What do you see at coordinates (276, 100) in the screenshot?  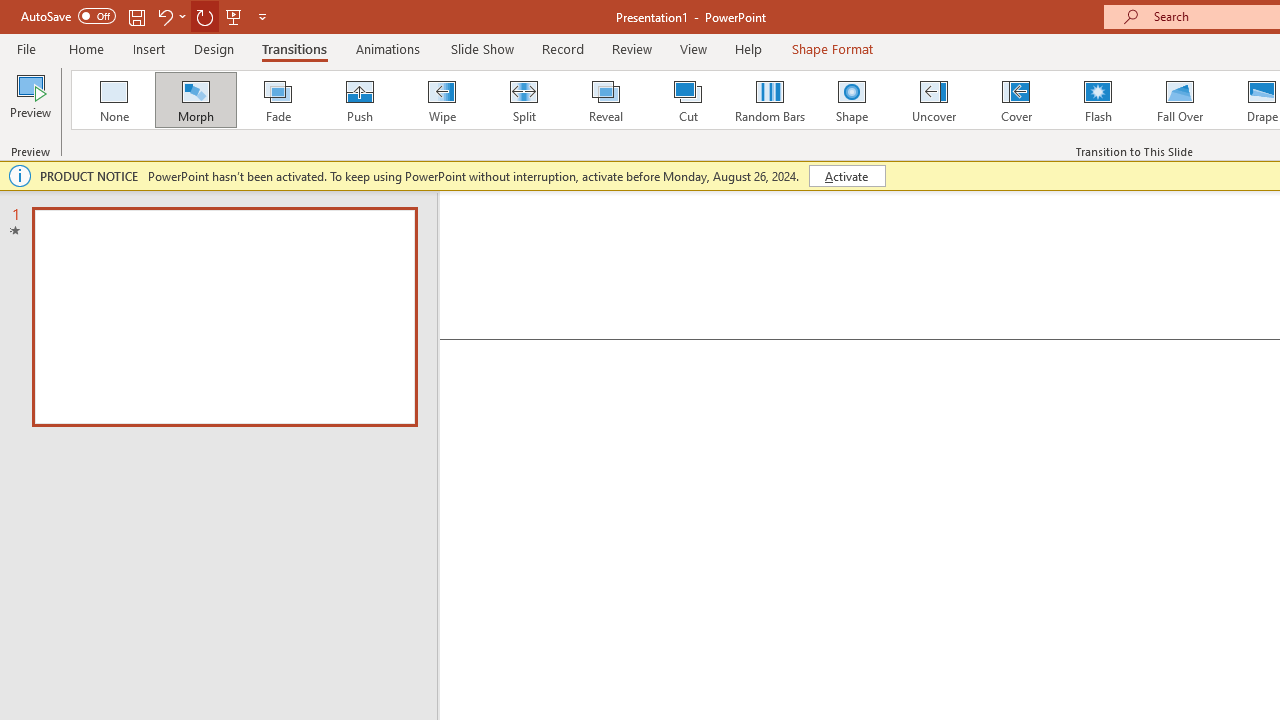 I see `'Fade'` at bounding box center [276, 100].